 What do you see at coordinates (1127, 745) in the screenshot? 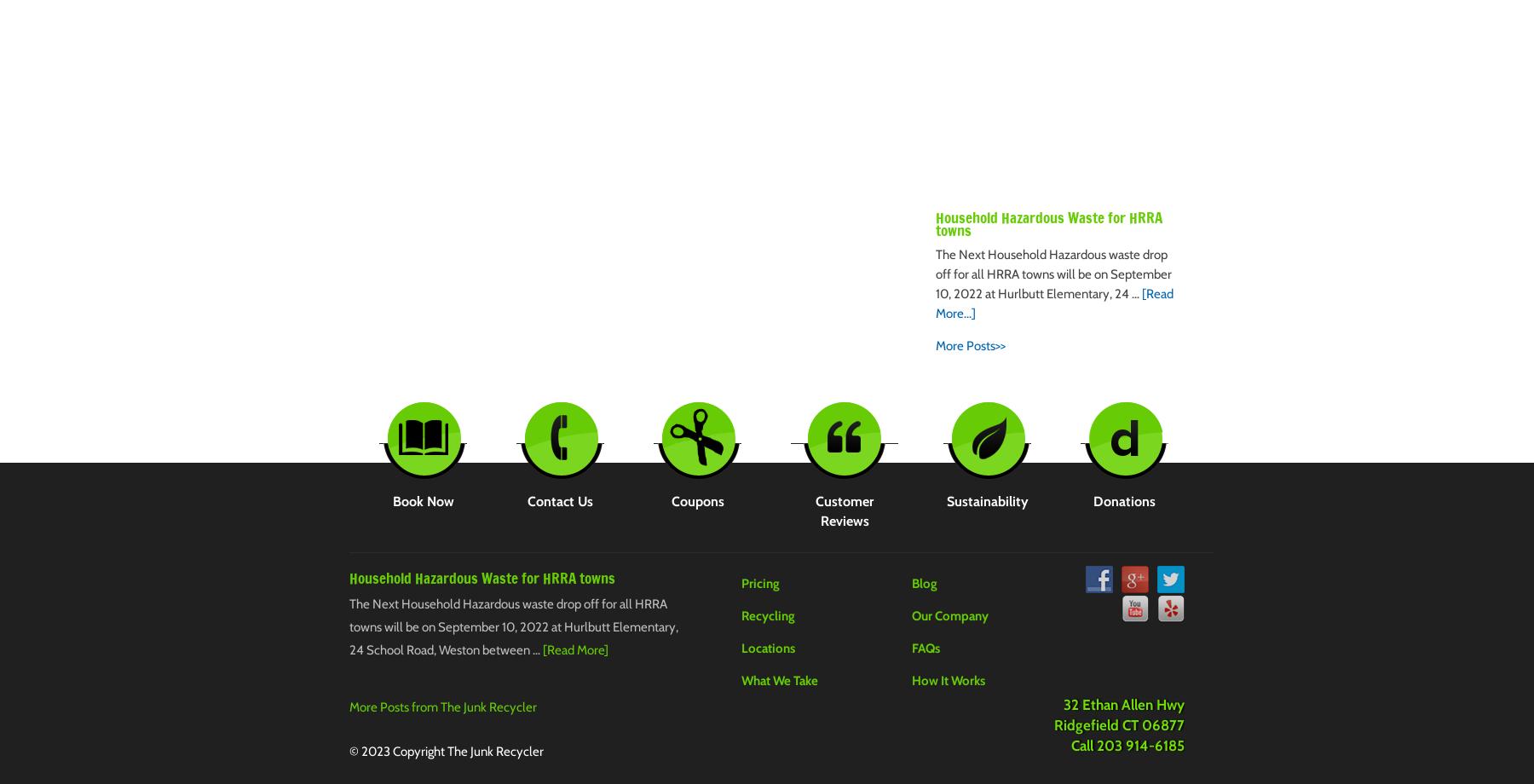
I see `'Call 203 914-6185'` at bounding box center [1127, 745].